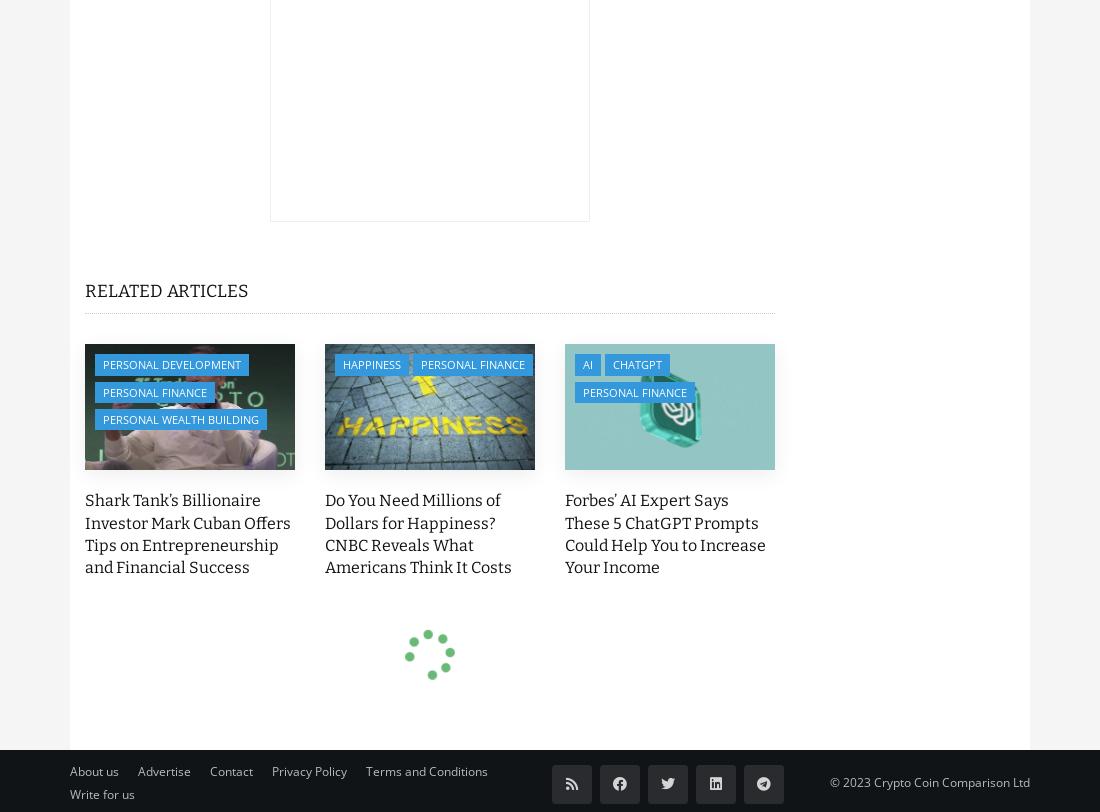 This screenshot has width=1100, height=812. Describe the element at coordinates (637, 364) in the screenshot. I see `'ChatGPT'` at that location.